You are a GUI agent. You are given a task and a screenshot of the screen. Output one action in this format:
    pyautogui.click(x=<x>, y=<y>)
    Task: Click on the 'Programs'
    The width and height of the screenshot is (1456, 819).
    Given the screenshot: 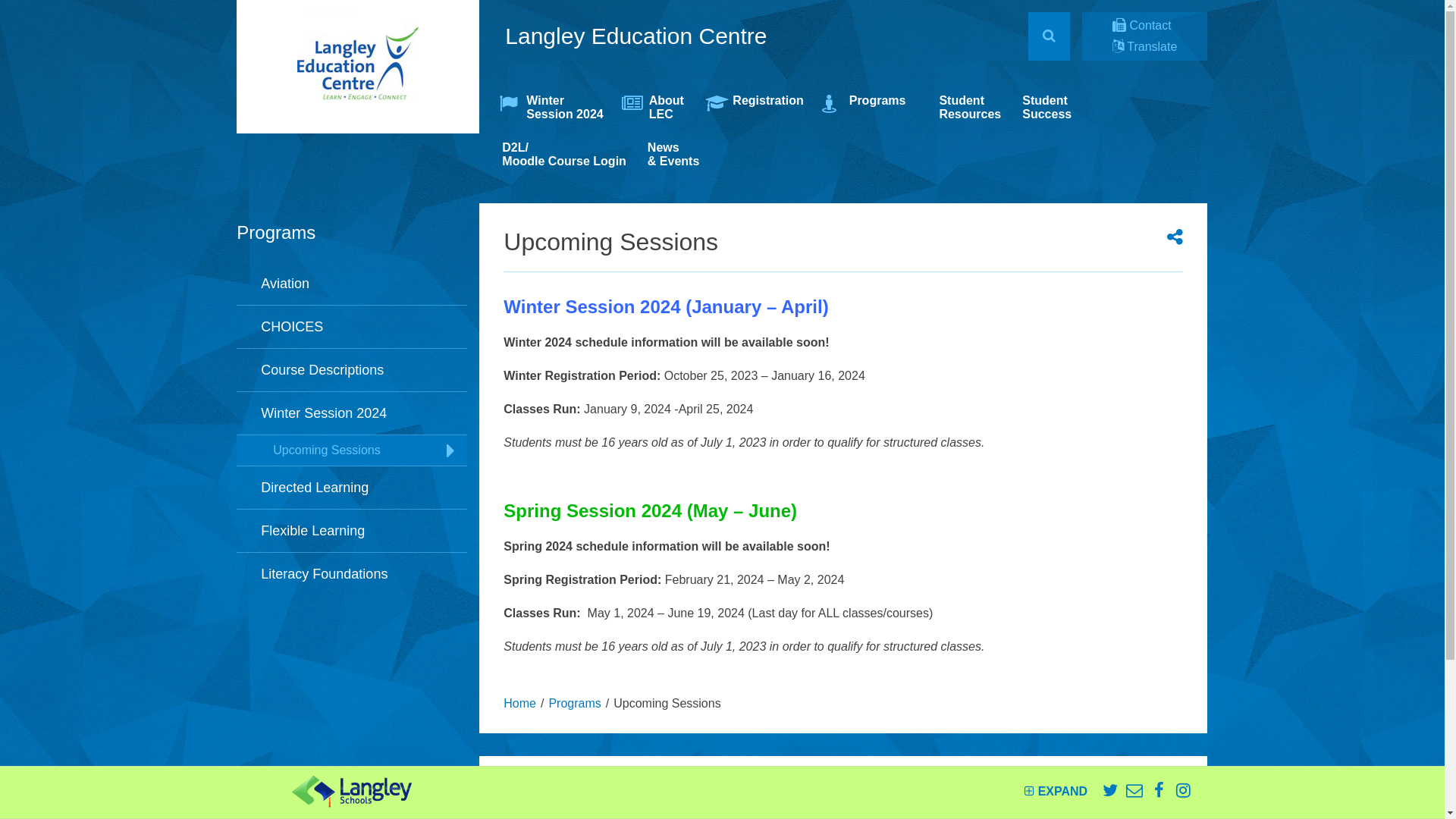 What is the action you would take?
    pyautogui.click(x=573, y=703)
    